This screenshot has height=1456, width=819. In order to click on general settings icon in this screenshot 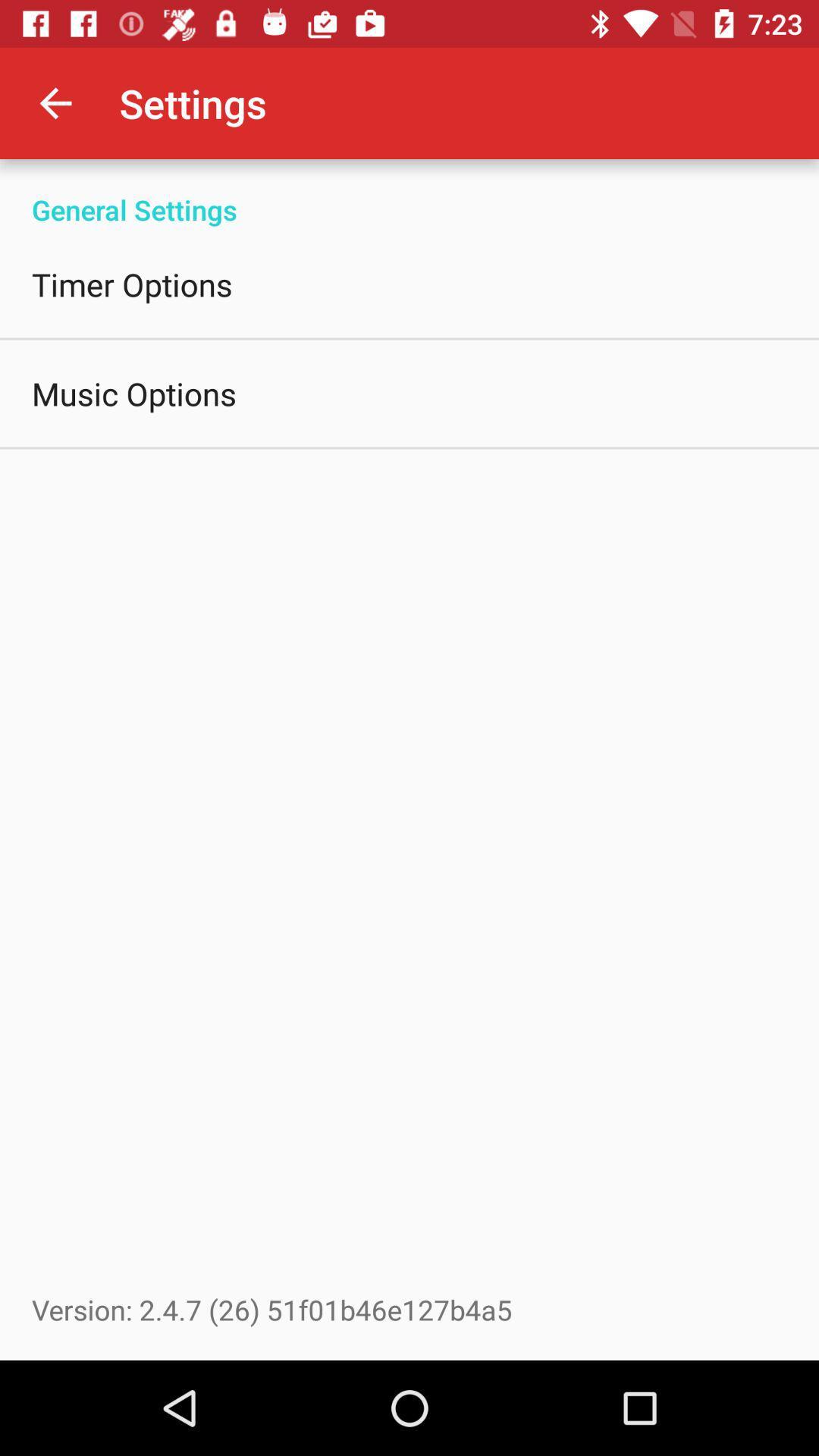, I will do `click(409, 193)`.